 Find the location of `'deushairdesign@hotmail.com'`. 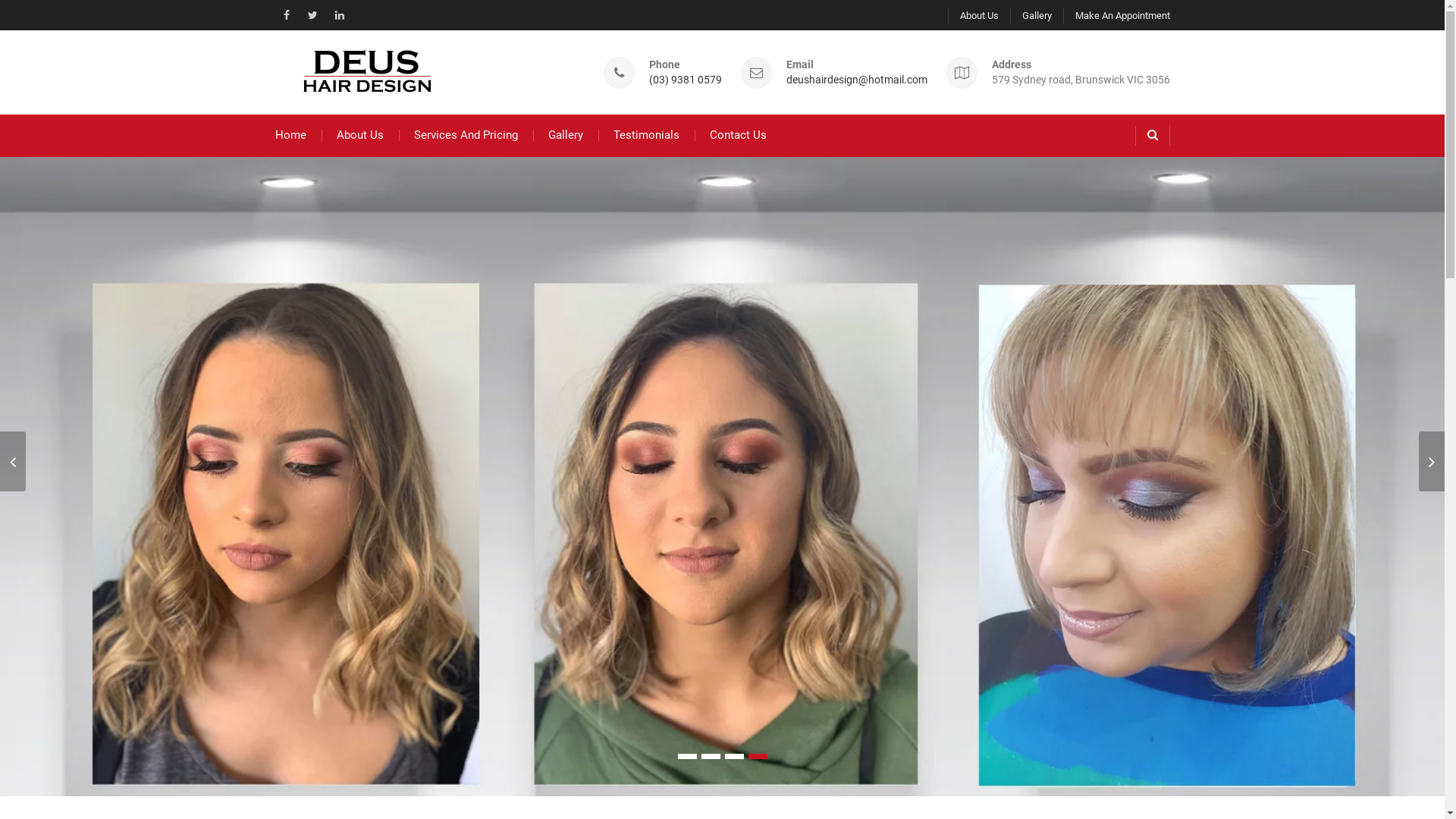

'deushairdesign@hotmail.com' is located at coordinates (855, 80).